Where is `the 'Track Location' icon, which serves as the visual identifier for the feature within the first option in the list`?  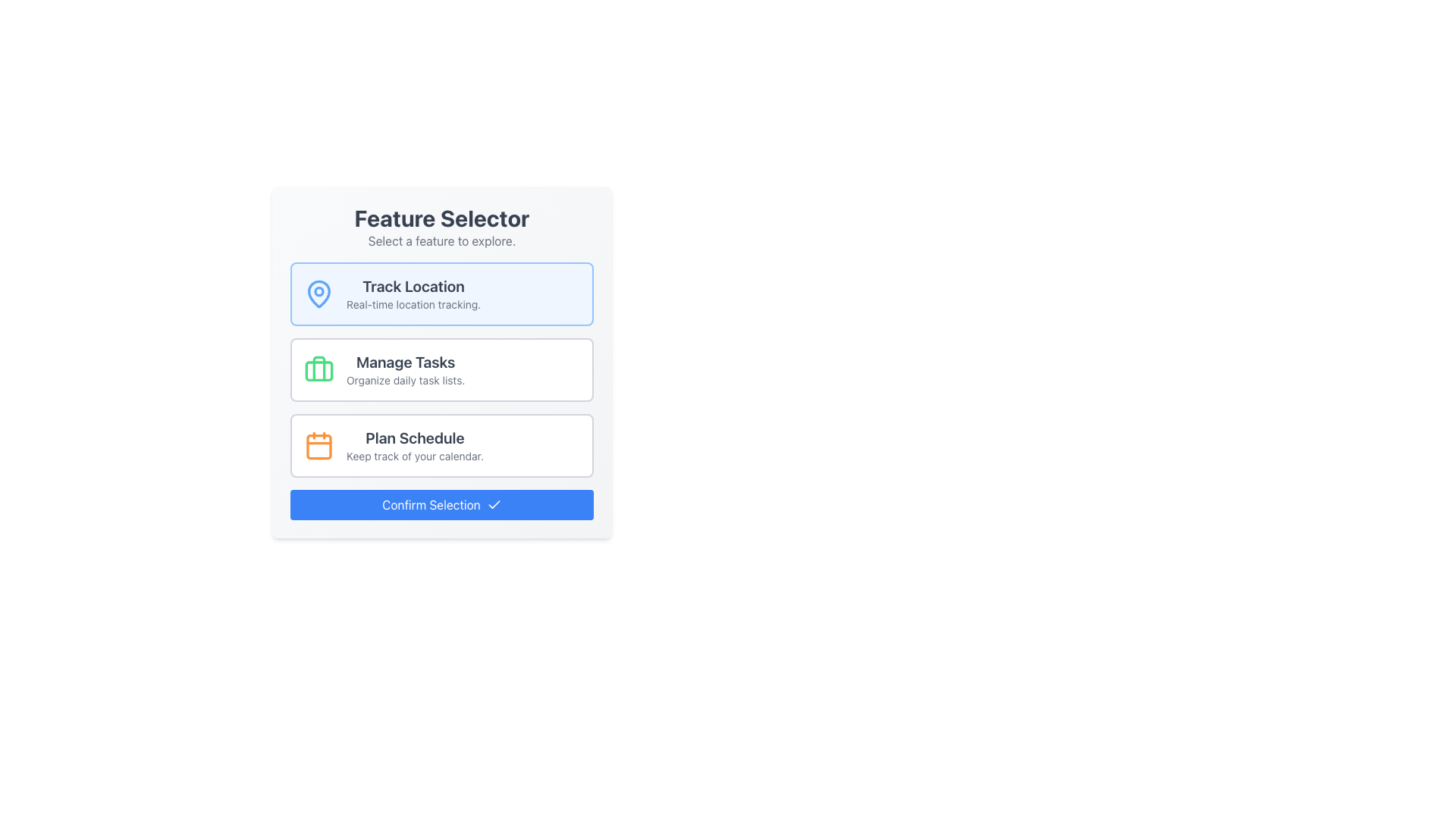
the 'Track Location' icon, which serves as the visual identifier for the feature within the first option in the list is located at coordinates (318, 293).